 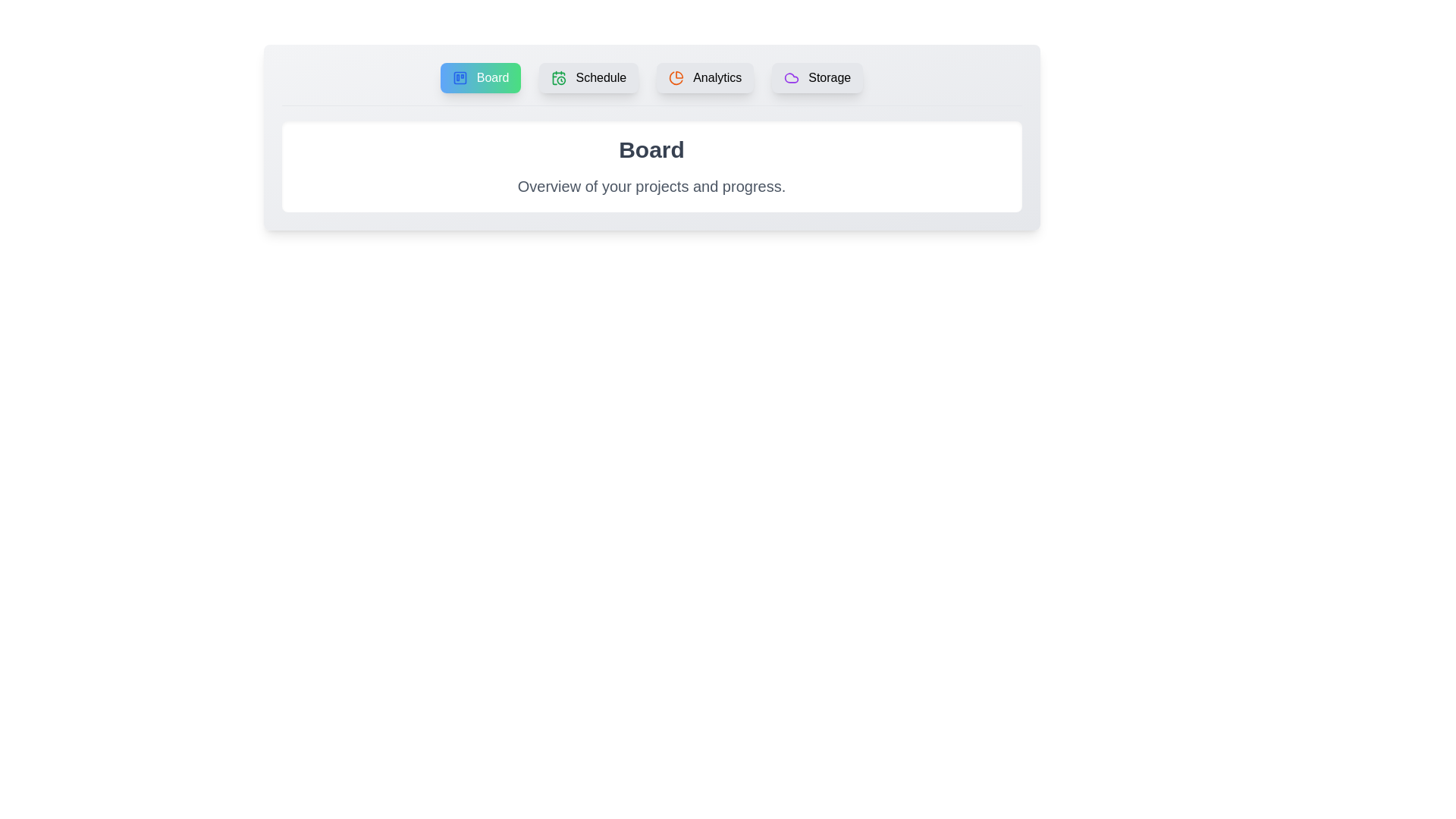 What do you see at coordinates (817, 78) in the screenshot?
I see `the tab corresponding to Storage in the tab menu` at bounding box center [817, 78].